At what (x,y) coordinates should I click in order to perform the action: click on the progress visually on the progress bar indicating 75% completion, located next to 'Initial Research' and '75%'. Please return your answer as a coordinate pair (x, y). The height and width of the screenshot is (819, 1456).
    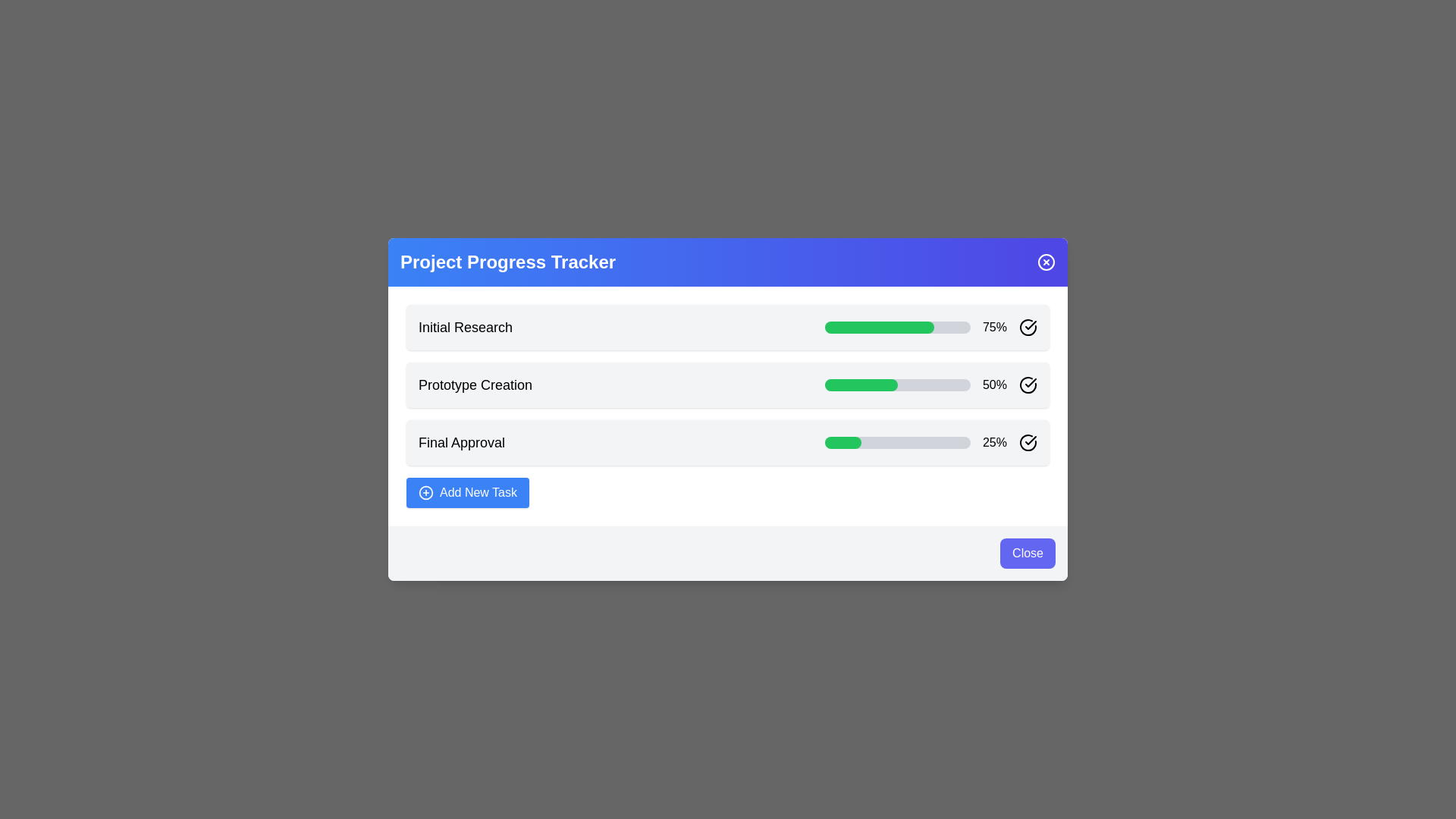
    Looking at the image, I should click on (898, 327).